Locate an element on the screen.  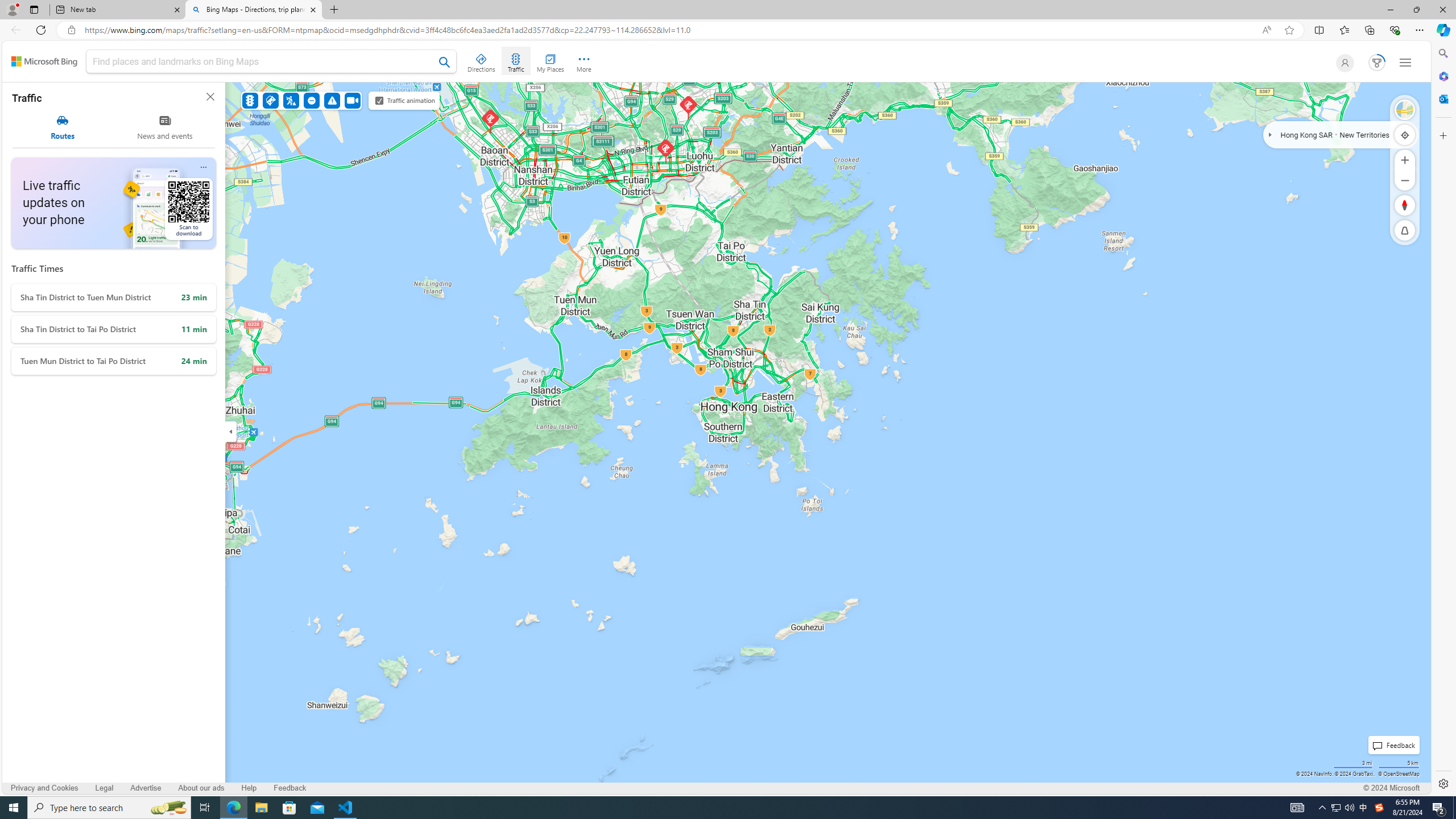
'About our ads' is located at coordinates (200, 788).